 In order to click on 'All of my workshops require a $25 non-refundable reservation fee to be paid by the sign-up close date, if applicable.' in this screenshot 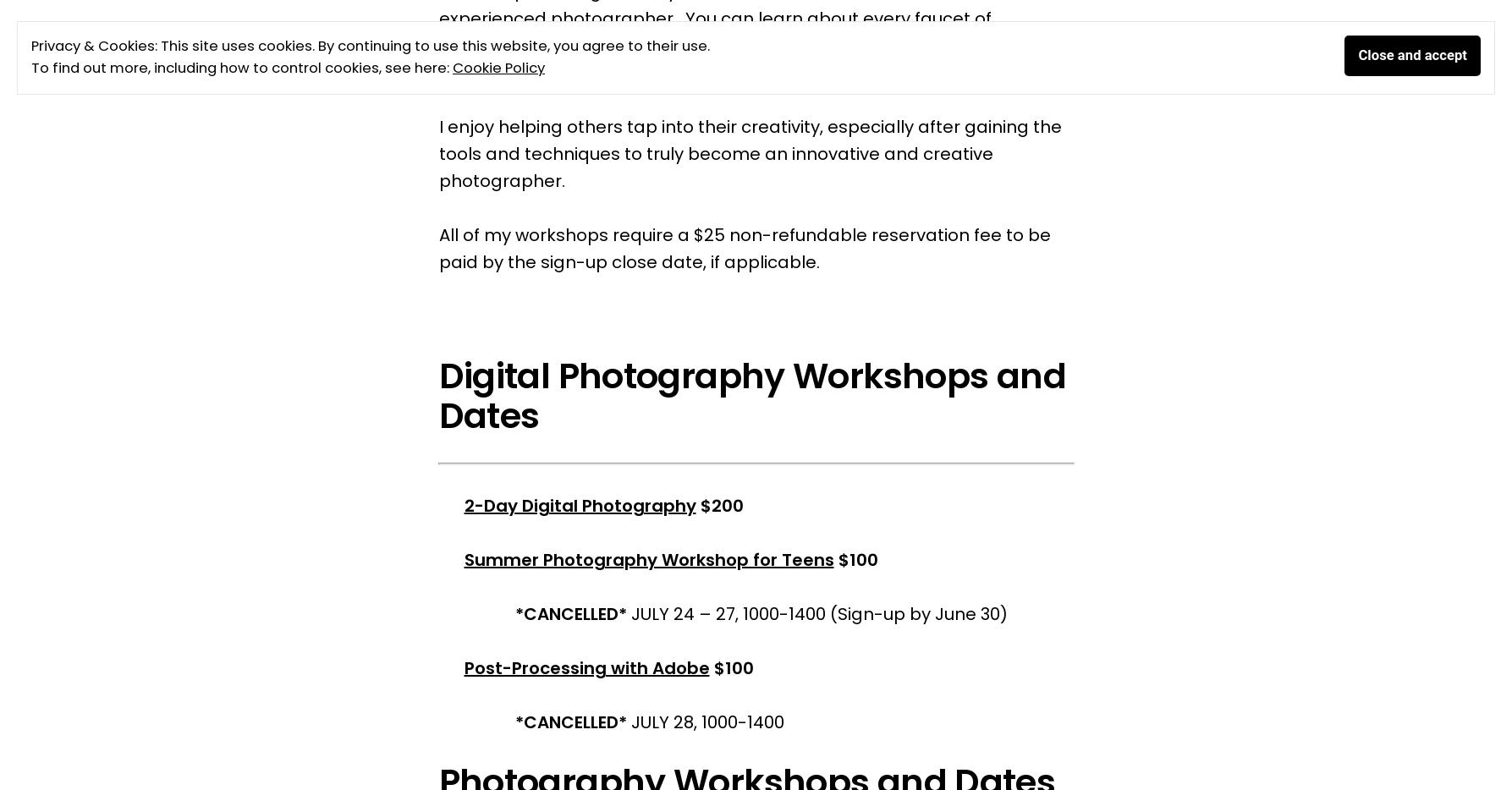, I will do `click(744, 248)`.